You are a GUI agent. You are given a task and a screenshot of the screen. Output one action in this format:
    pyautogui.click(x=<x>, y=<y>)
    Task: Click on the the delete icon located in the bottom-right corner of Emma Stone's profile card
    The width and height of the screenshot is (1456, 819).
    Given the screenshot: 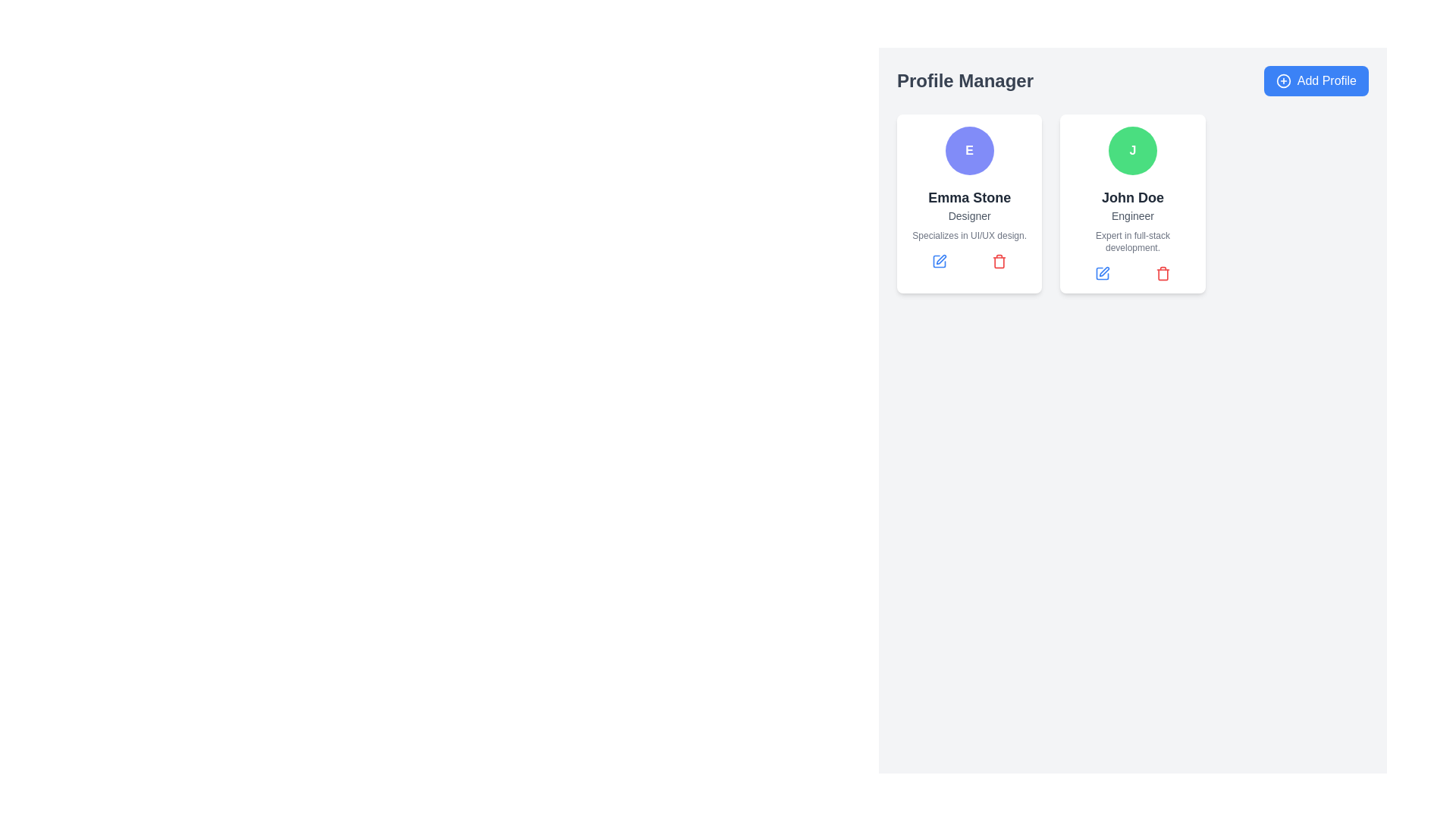 What is the action you would take?
    pyautogui.click(x=999, y=260)
    